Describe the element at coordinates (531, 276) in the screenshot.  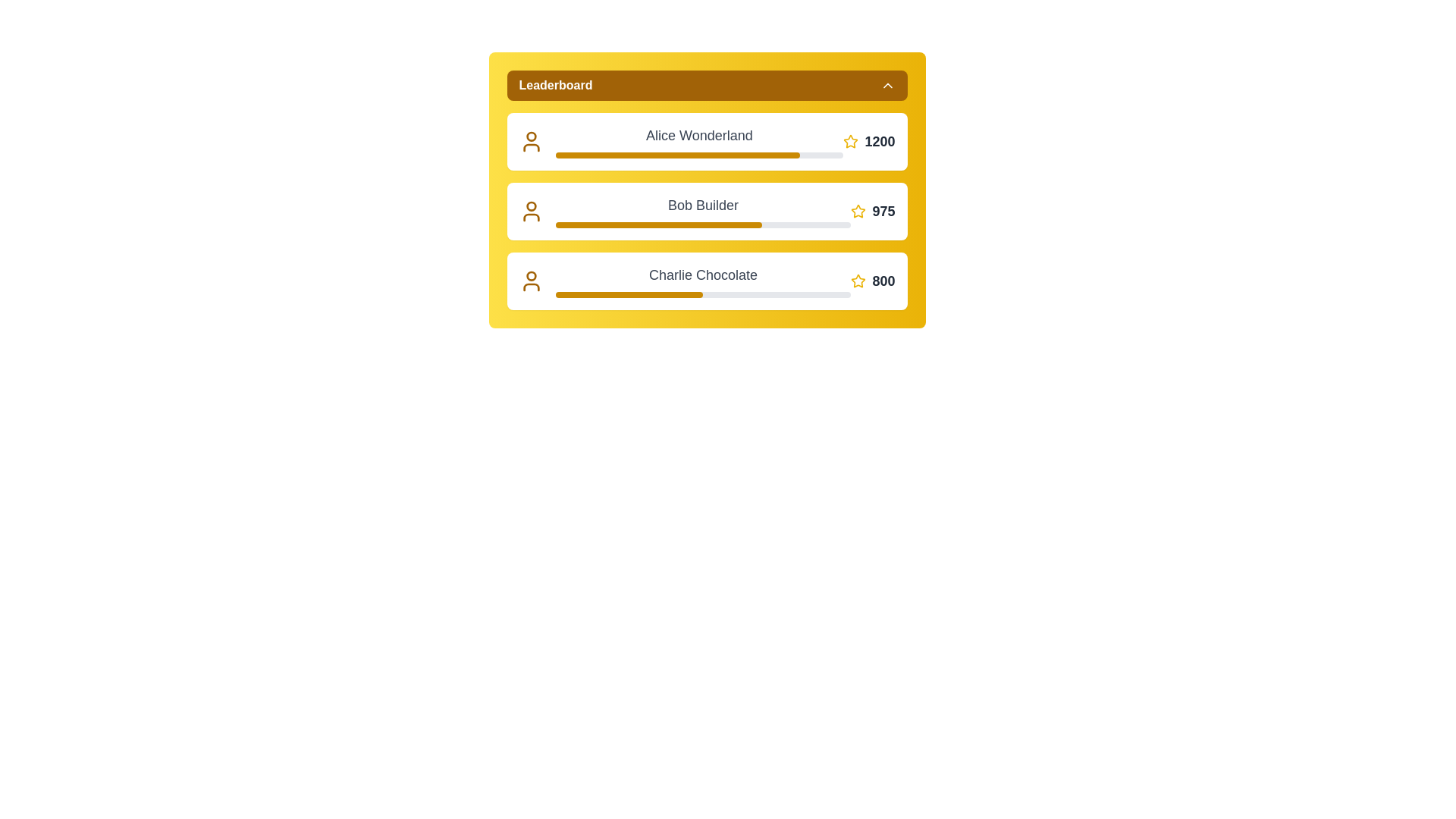
I see `the central circular icon of the user avatar graphic for the third item in the leaderboard, located to the left of the name 'Charlie Chocolate'` at that location.